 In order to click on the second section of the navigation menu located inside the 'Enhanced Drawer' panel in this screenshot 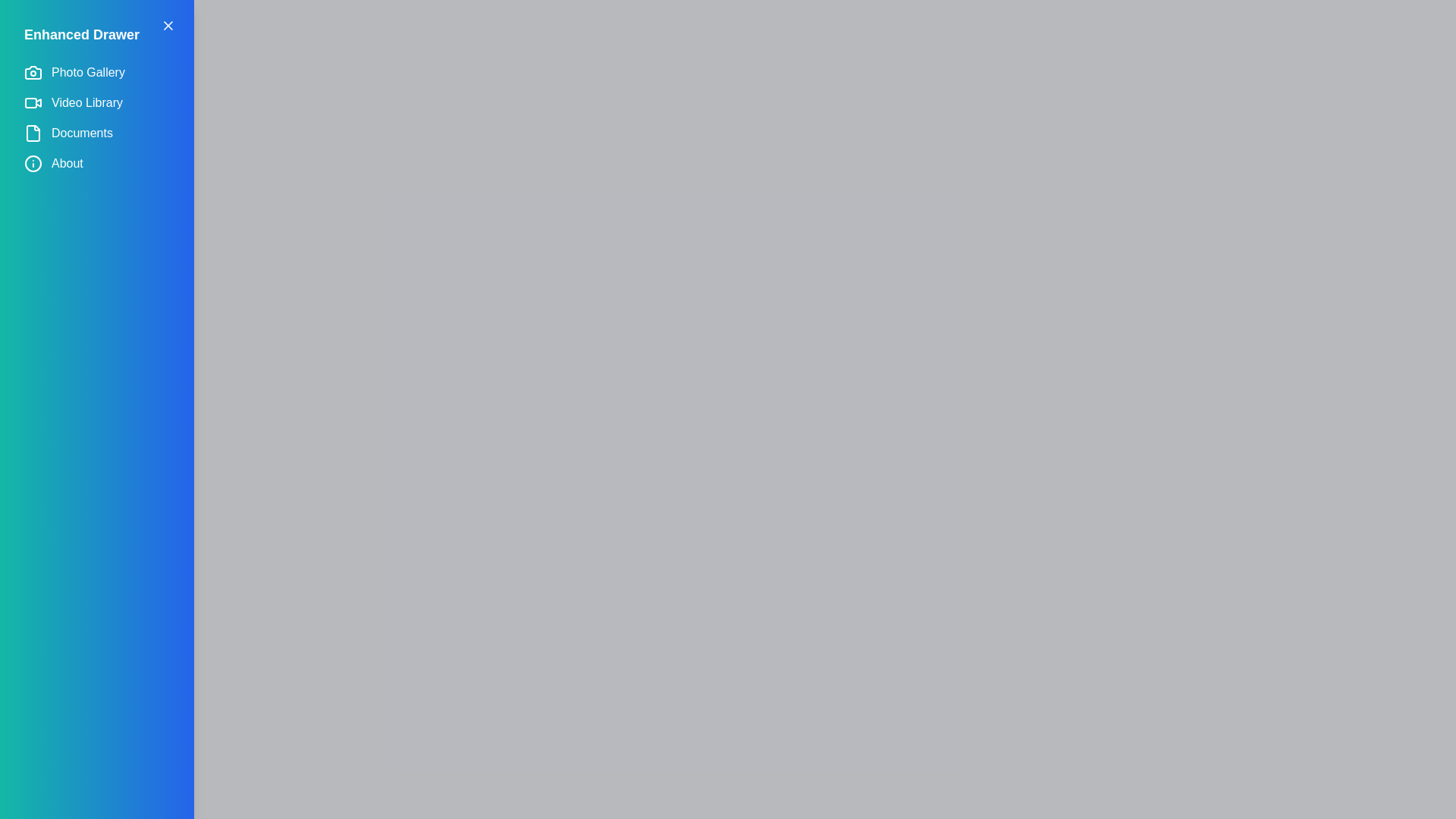, I will do `click(96, 117)`.